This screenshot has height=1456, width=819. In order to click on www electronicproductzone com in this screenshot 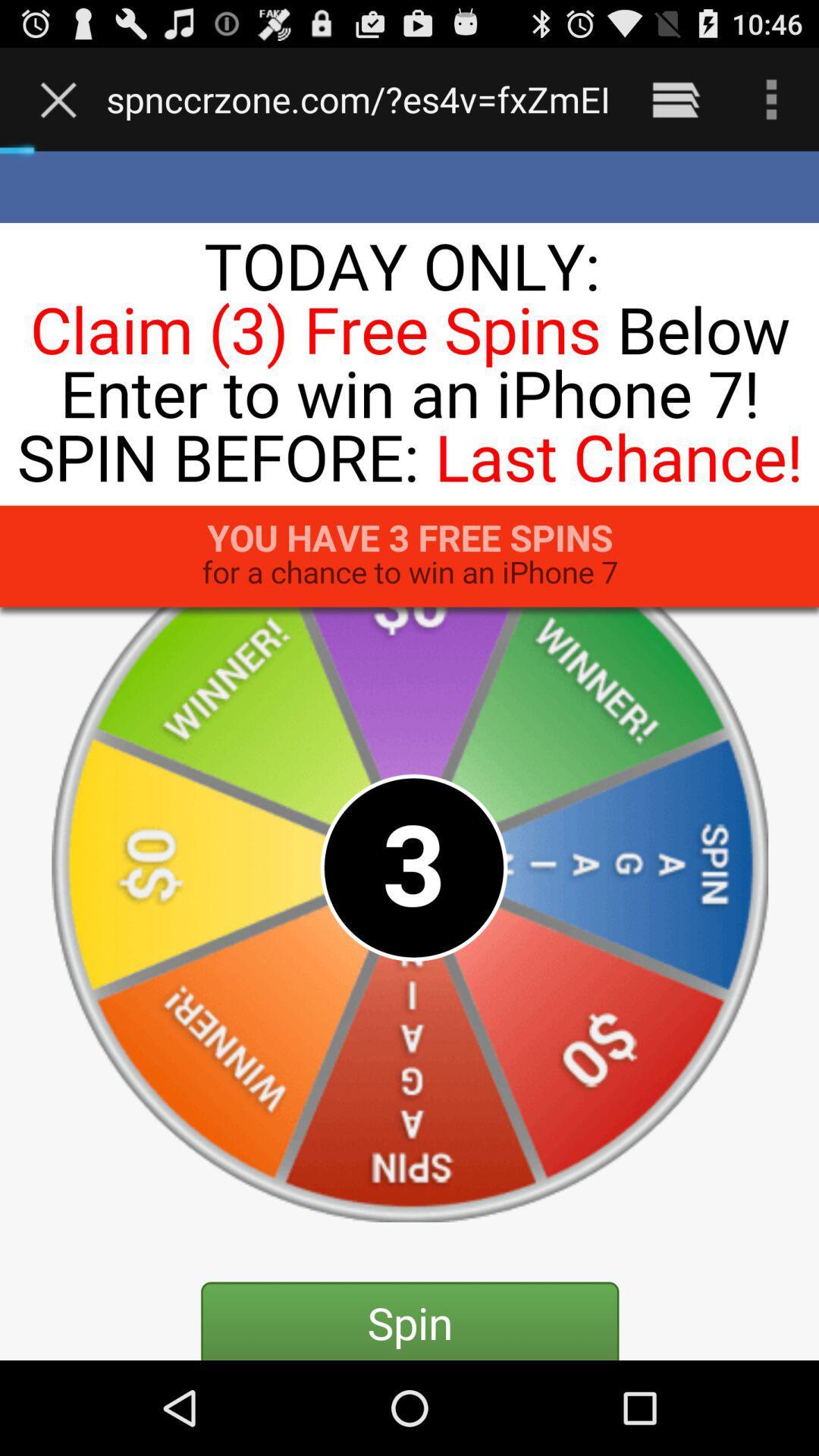, I will do `click(358, 99)`.